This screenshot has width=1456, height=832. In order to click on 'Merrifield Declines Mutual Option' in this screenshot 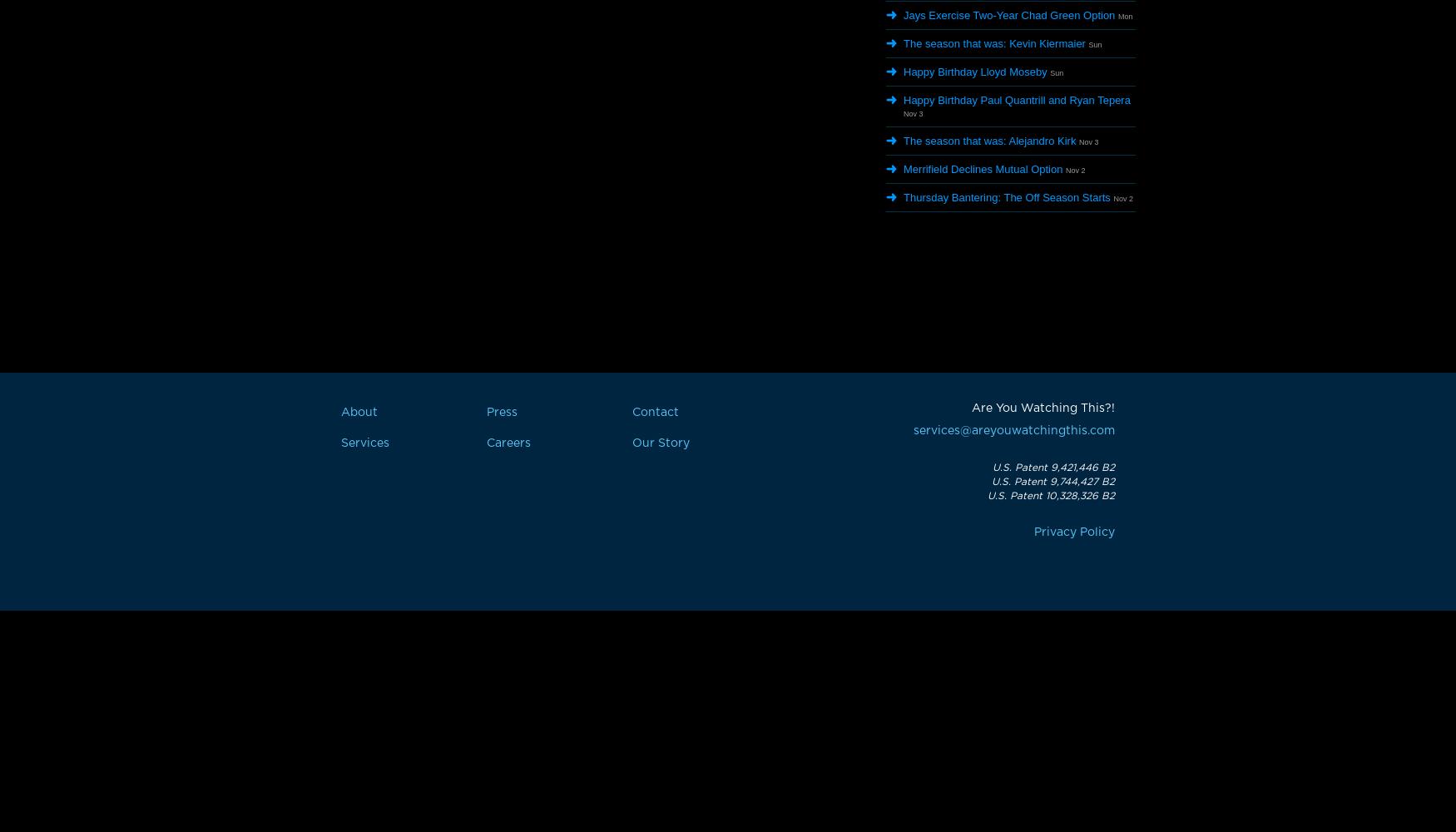, I will do `click(982, 168)`.